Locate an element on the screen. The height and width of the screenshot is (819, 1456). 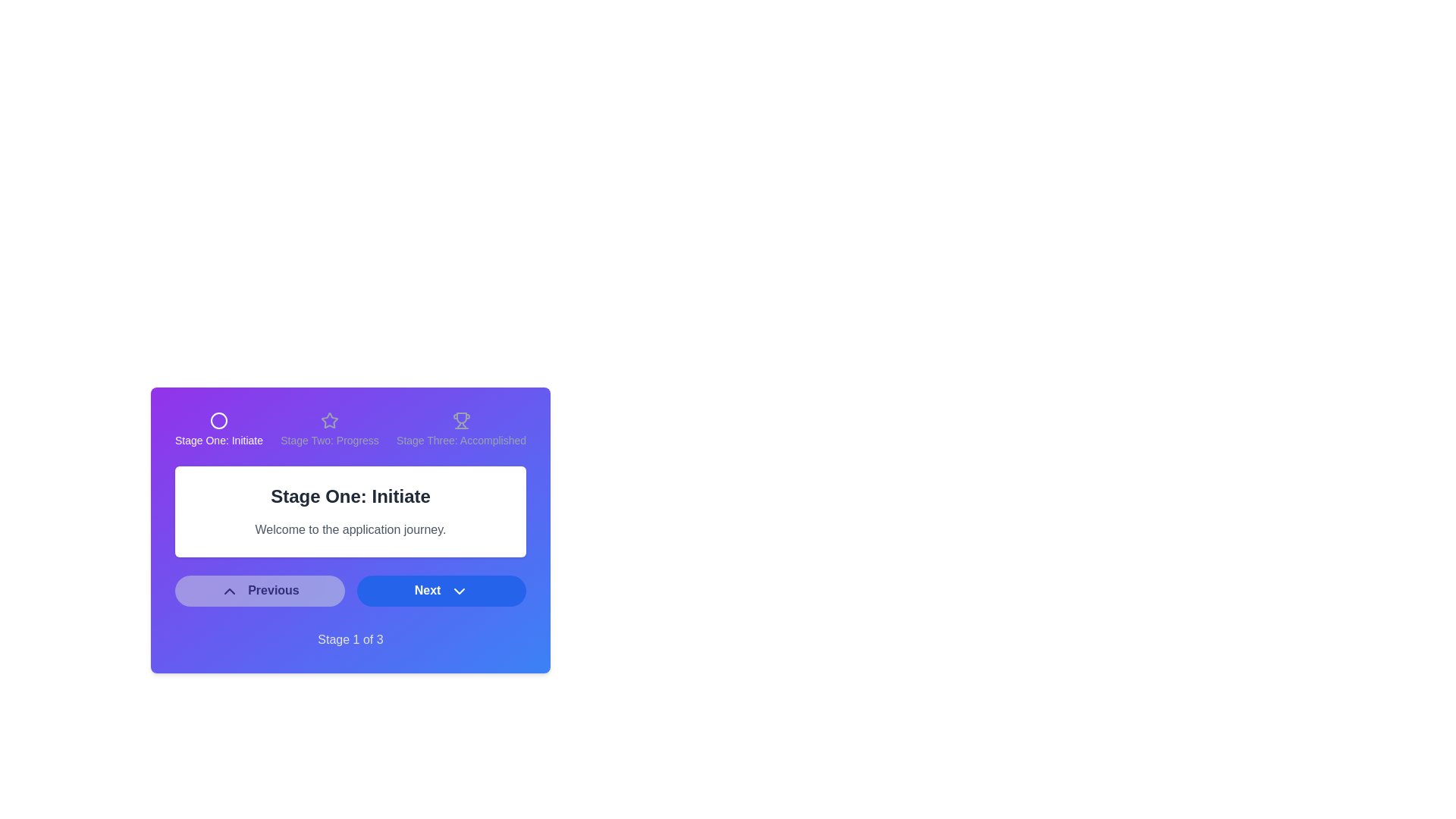
the circular icon with an outlined border, which is part of the progress indicator labeled 'Stage One: Initiate.' is located at coordinates (218, 421).